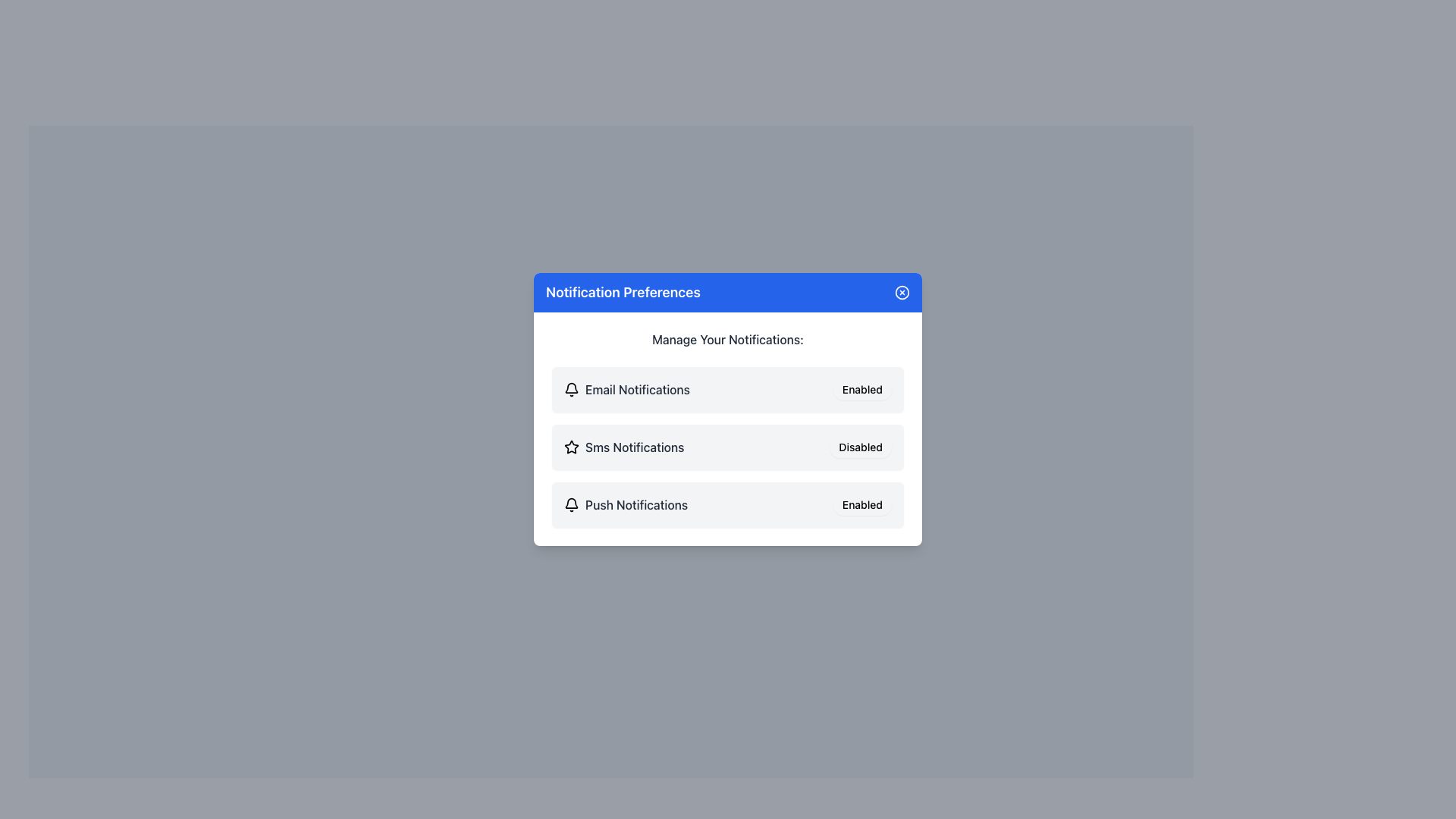  What do you see at coordinates (626, 388) in the screenshot?
I see `the label for email notifications located below 'Manage Your Notifications:'` at bounding box center [626, 388].